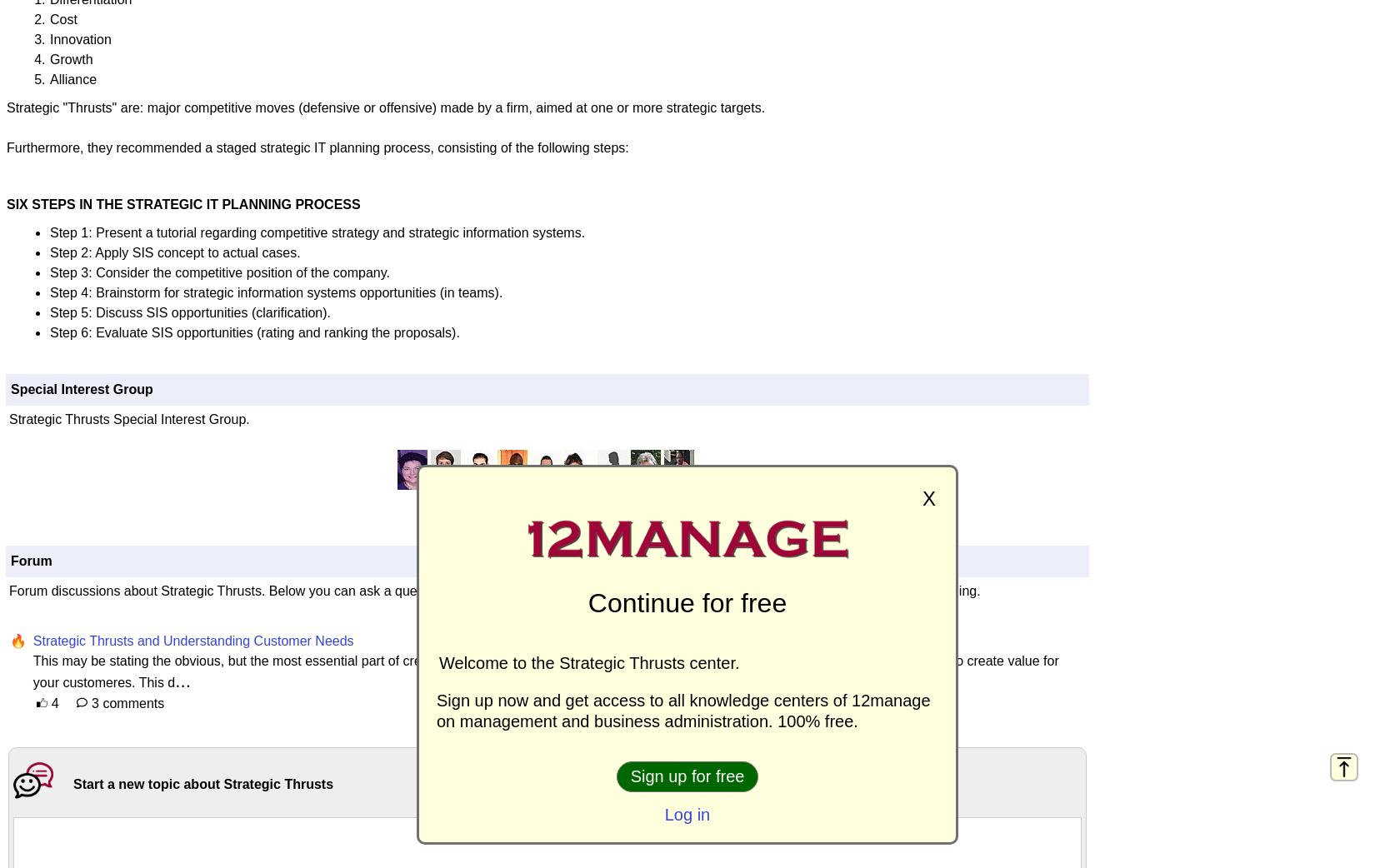 Image resolution: width=1375 pixels, height=868 pixels. Describe the element at coordinates (219, 272) in the screenshot. I see `'Step 3: Consider the competitive position of the company.'` at that location.